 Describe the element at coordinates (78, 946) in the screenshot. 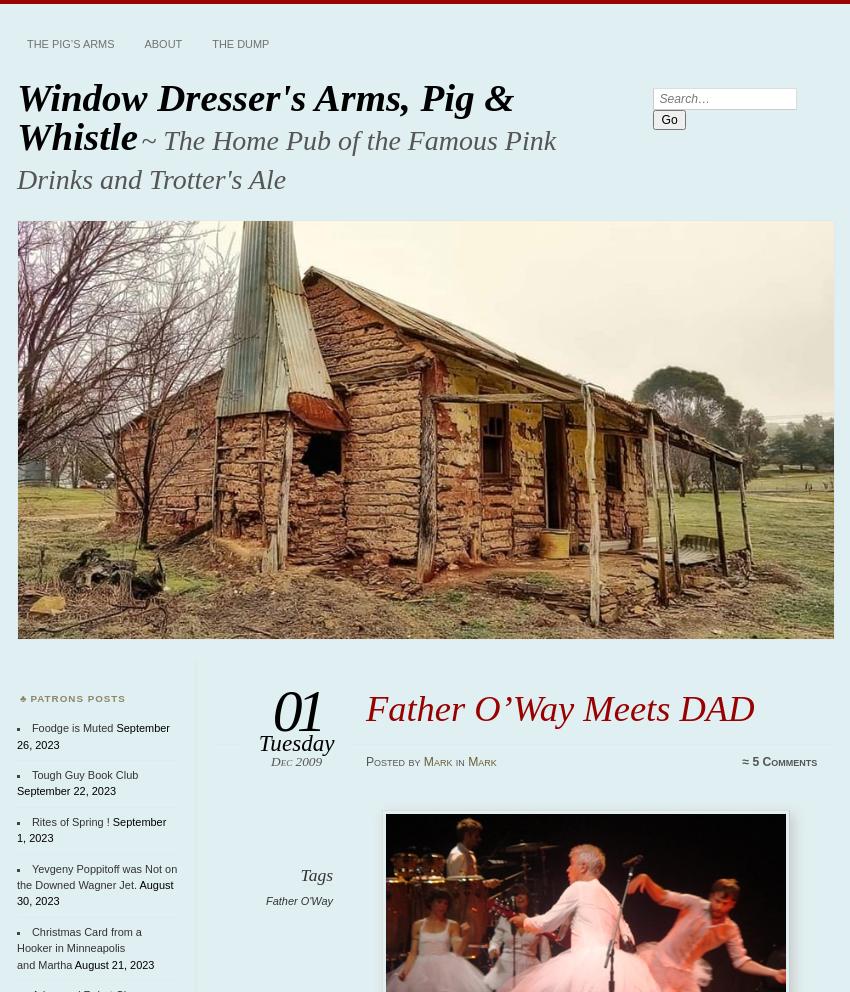

I see `'Christmas Card from a Hooker in Minneapolis and Martha'` at that location.